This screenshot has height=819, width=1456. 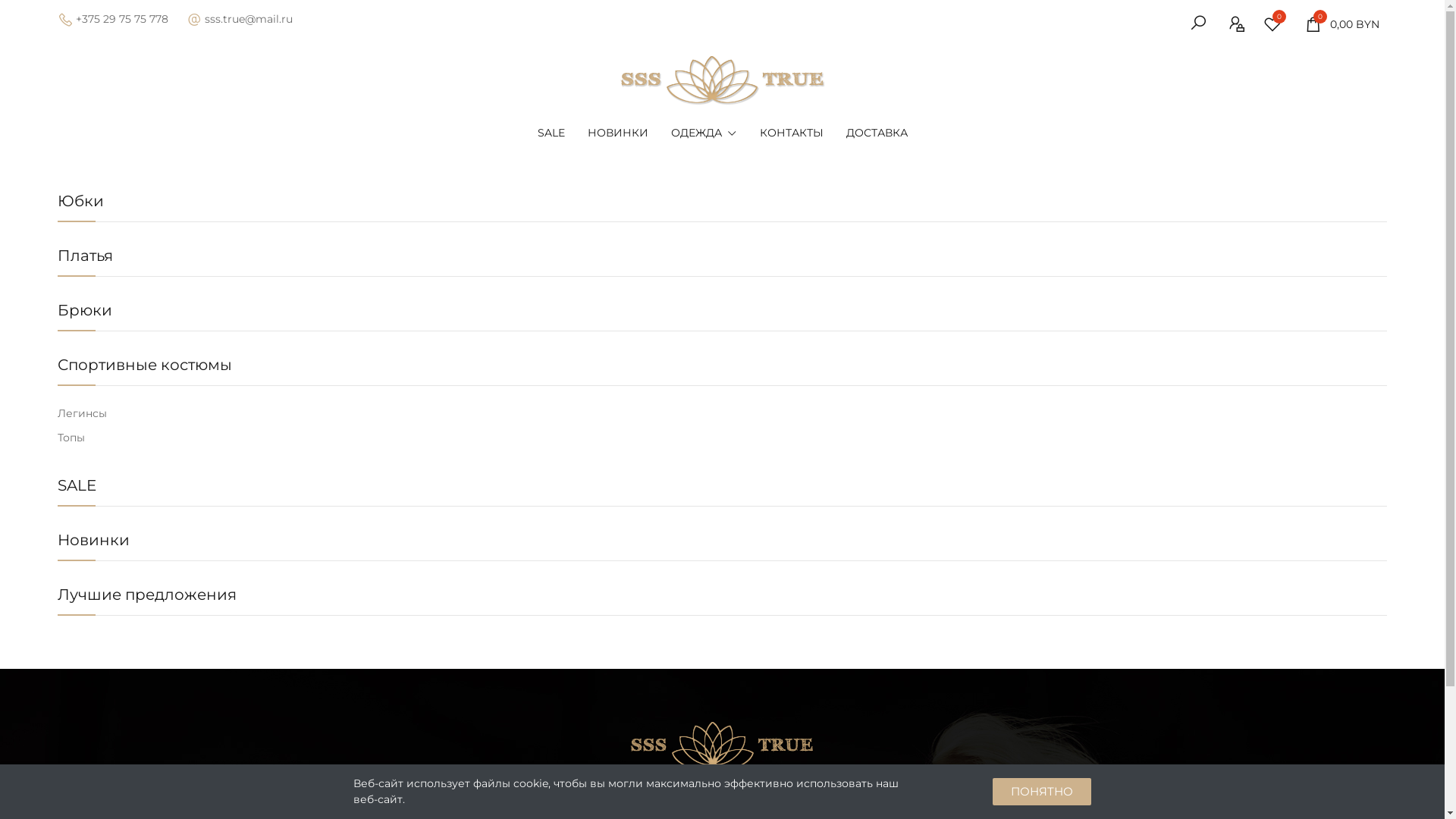 What do you see at coordinates (76, 485) in the screenshot?
I see `'SALE'` at bounding box center [76, 485].